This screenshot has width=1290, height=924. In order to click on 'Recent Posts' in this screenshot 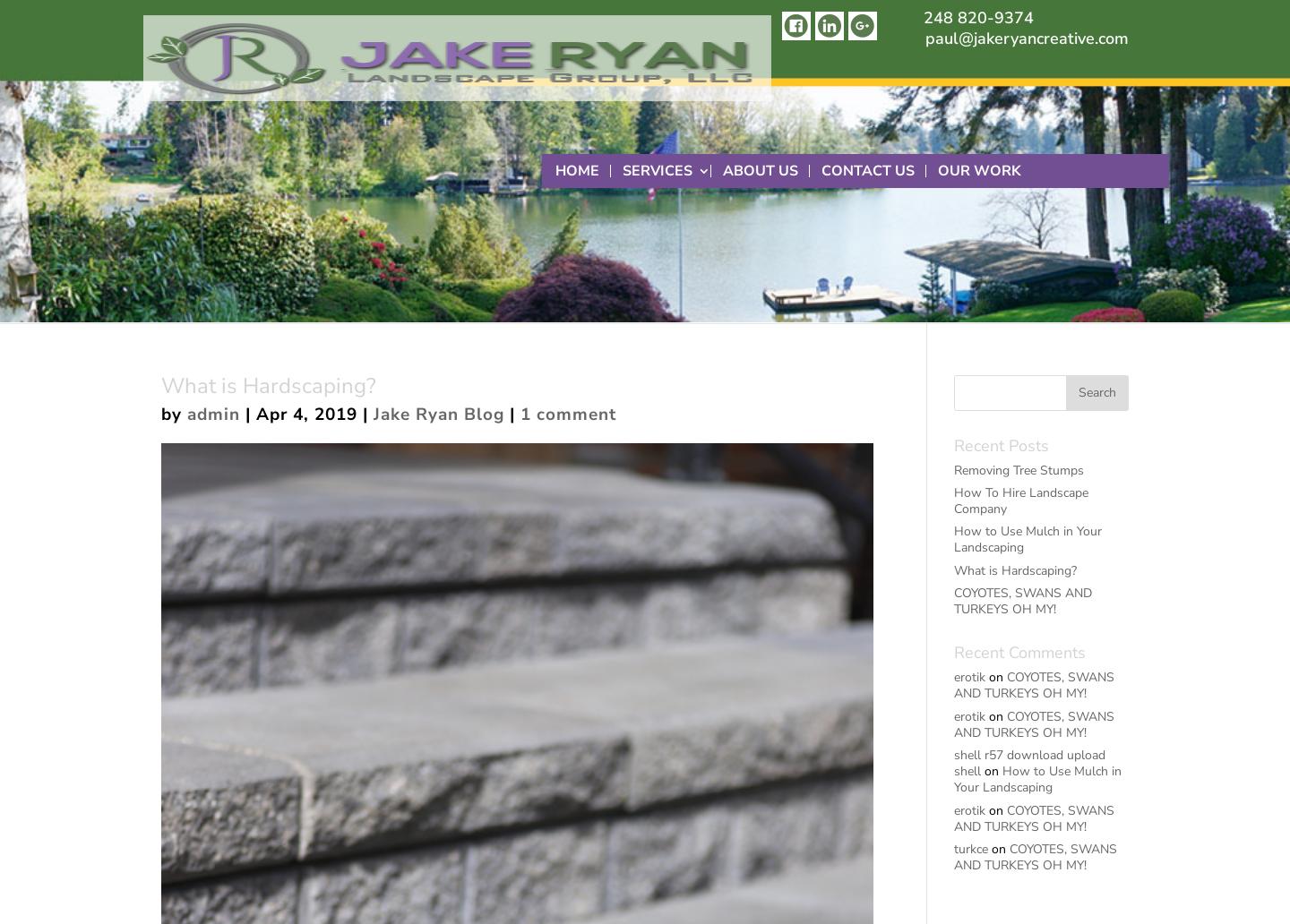, I will do `click(953, 444)`.